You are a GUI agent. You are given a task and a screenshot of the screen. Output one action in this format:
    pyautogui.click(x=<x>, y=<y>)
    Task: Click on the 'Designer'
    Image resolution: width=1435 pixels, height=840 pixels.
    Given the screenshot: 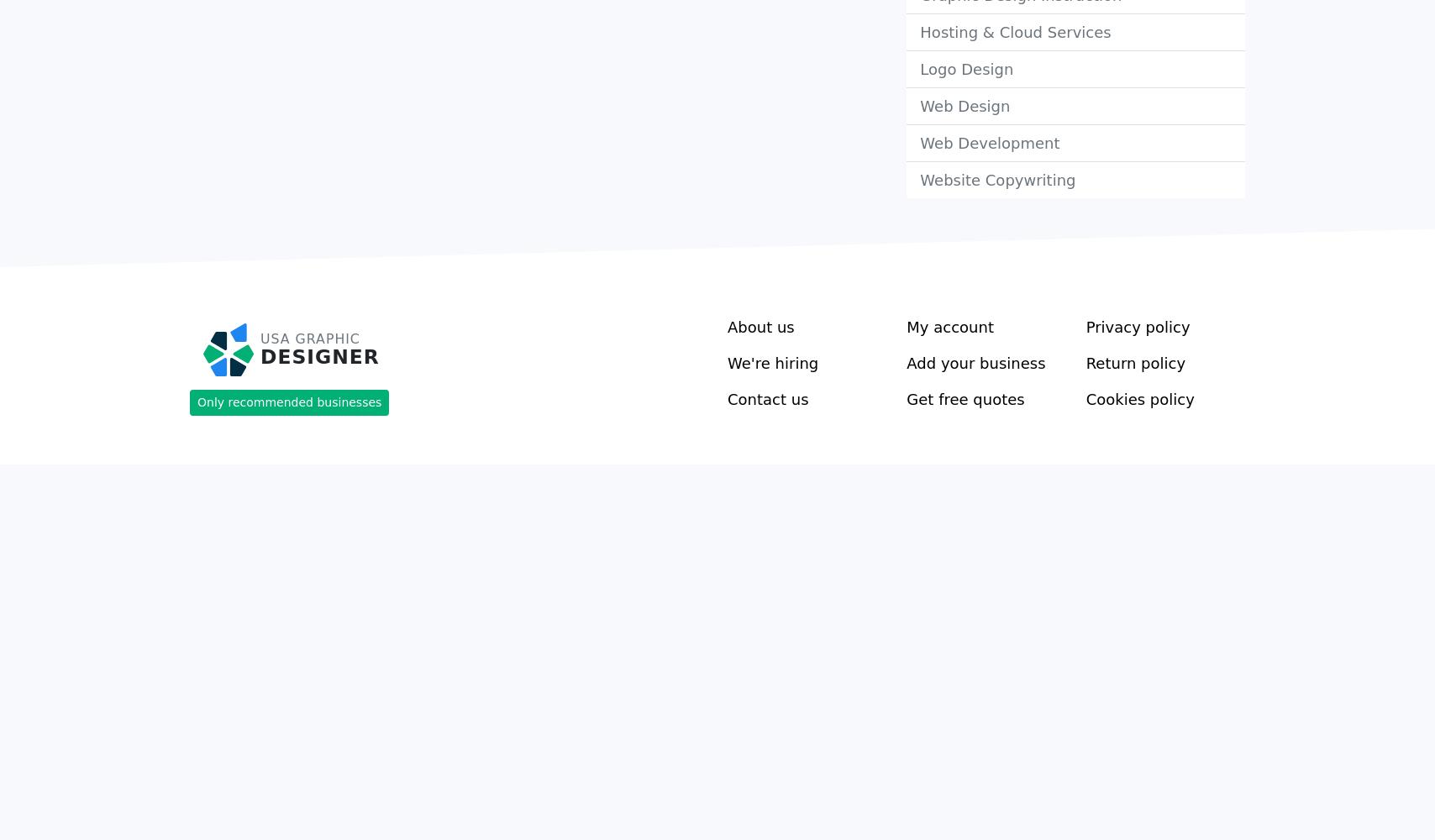 What is the action you would take?
    pyautogui.click(x=319, y=356)
    